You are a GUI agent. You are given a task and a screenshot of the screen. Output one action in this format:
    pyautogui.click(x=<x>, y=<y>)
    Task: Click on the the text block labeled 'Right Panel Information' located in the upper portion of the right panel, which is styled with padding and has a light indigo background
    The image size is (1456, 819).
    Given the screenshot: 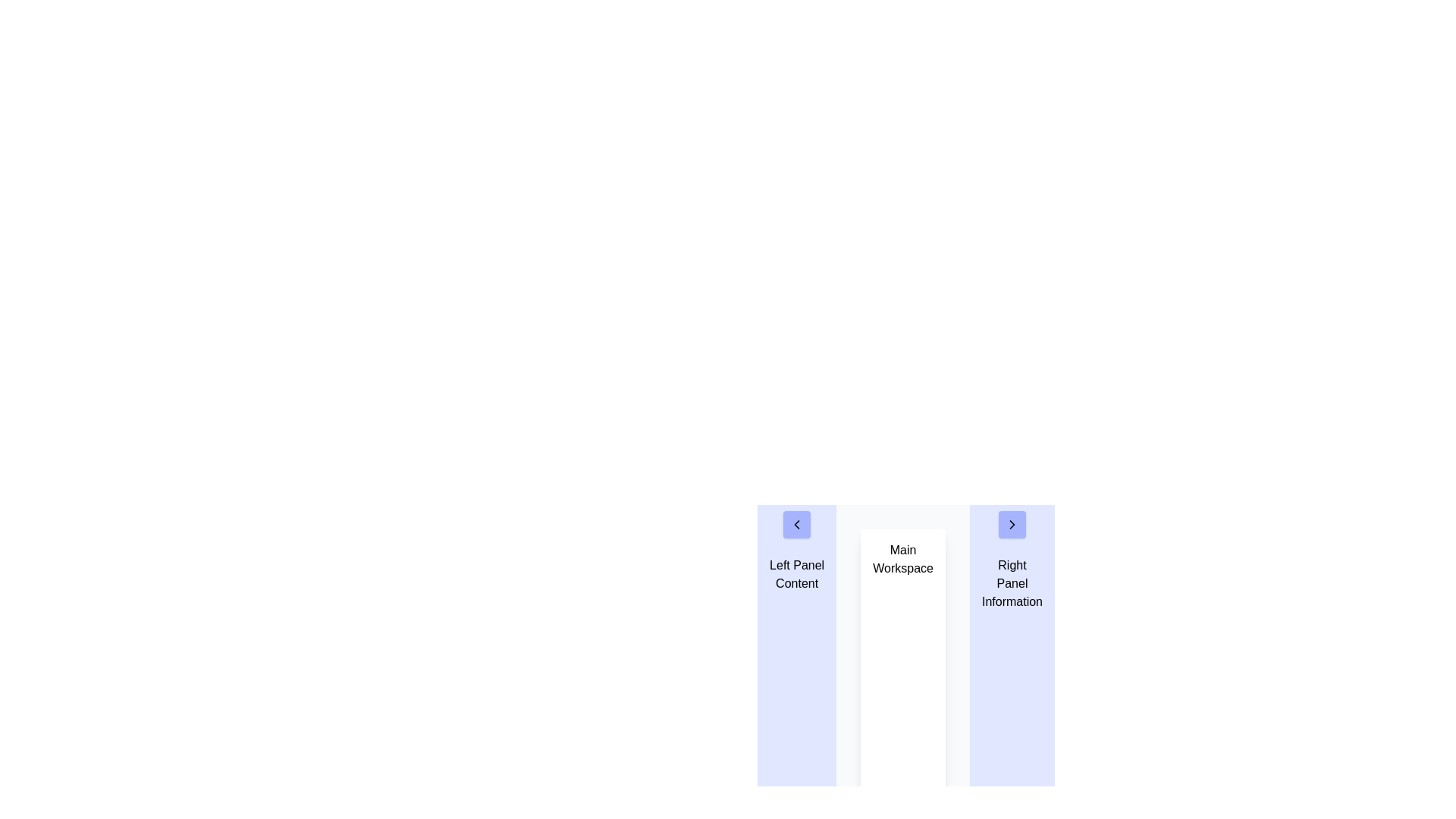 What is the action you would take?
    pyautogui.click(x=1012, y=583)
    